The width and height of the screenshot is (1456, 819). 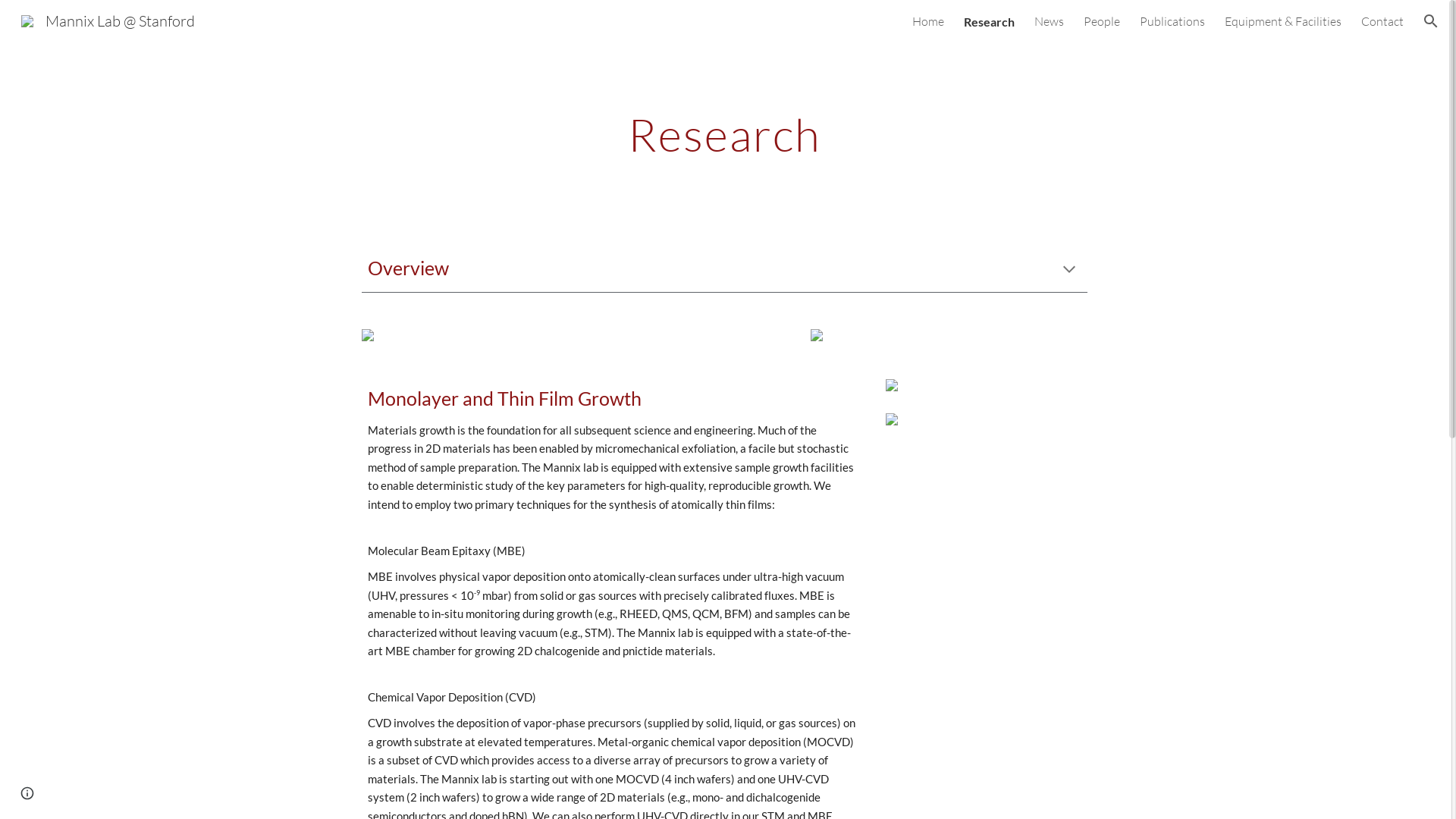 What do you see at coordinates (1102, 20) in the screenshot?
I see `'People'` at bounding box center [1102, 20].